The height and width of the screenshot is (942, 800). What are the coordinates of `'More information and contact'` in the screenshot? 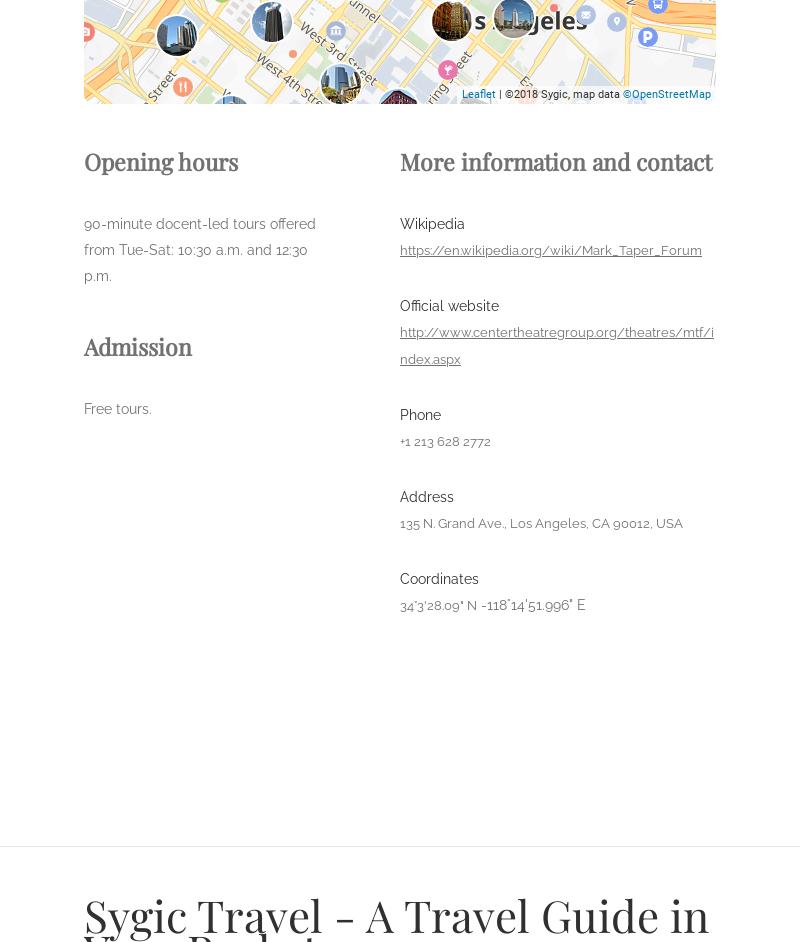 It's located at (556, 160).